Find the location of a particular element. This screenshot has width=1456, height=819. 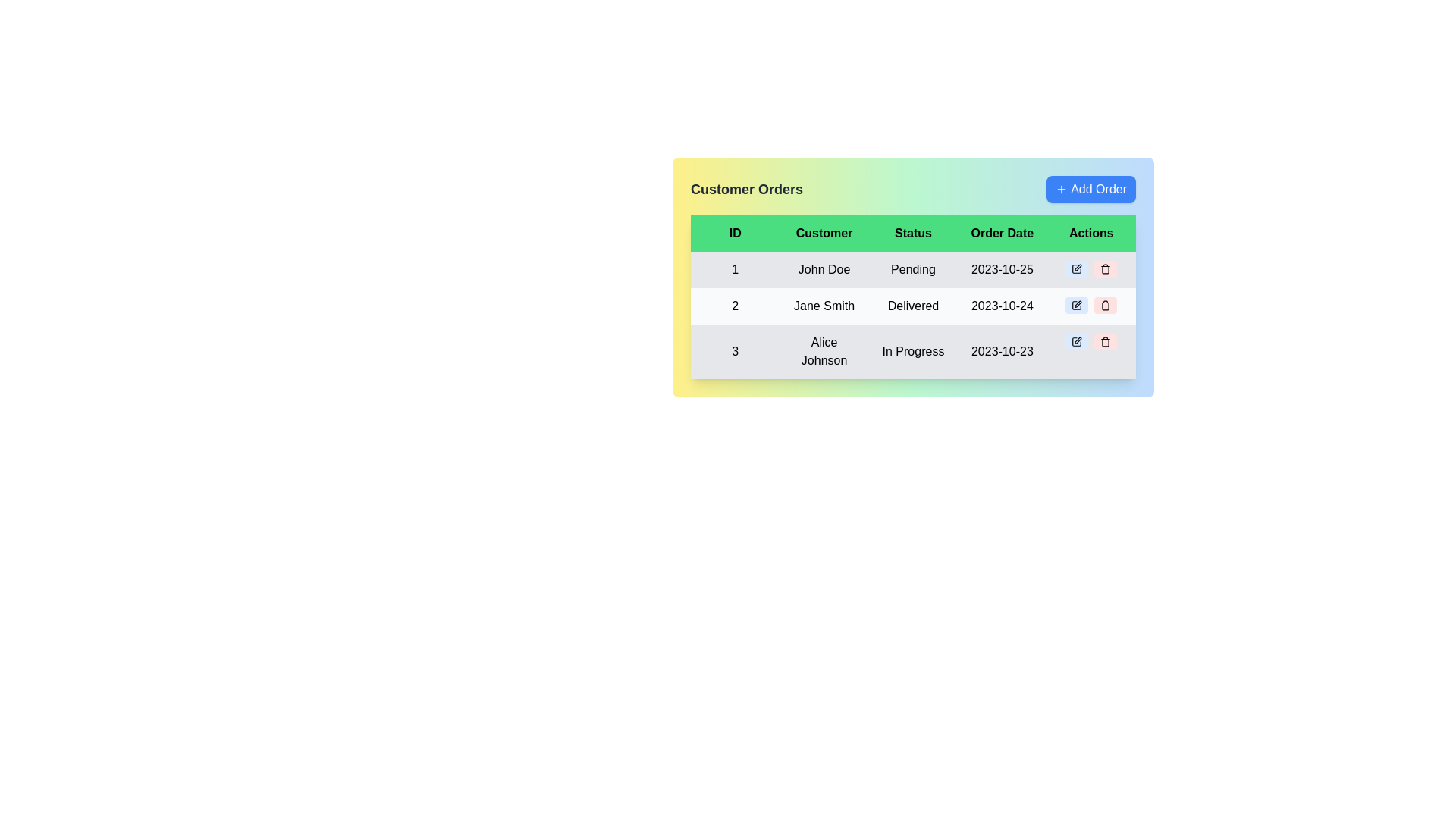

the text display element that shows 'John Doe' in the 'Customer' column of the data table is located at coordinates (824, 268).